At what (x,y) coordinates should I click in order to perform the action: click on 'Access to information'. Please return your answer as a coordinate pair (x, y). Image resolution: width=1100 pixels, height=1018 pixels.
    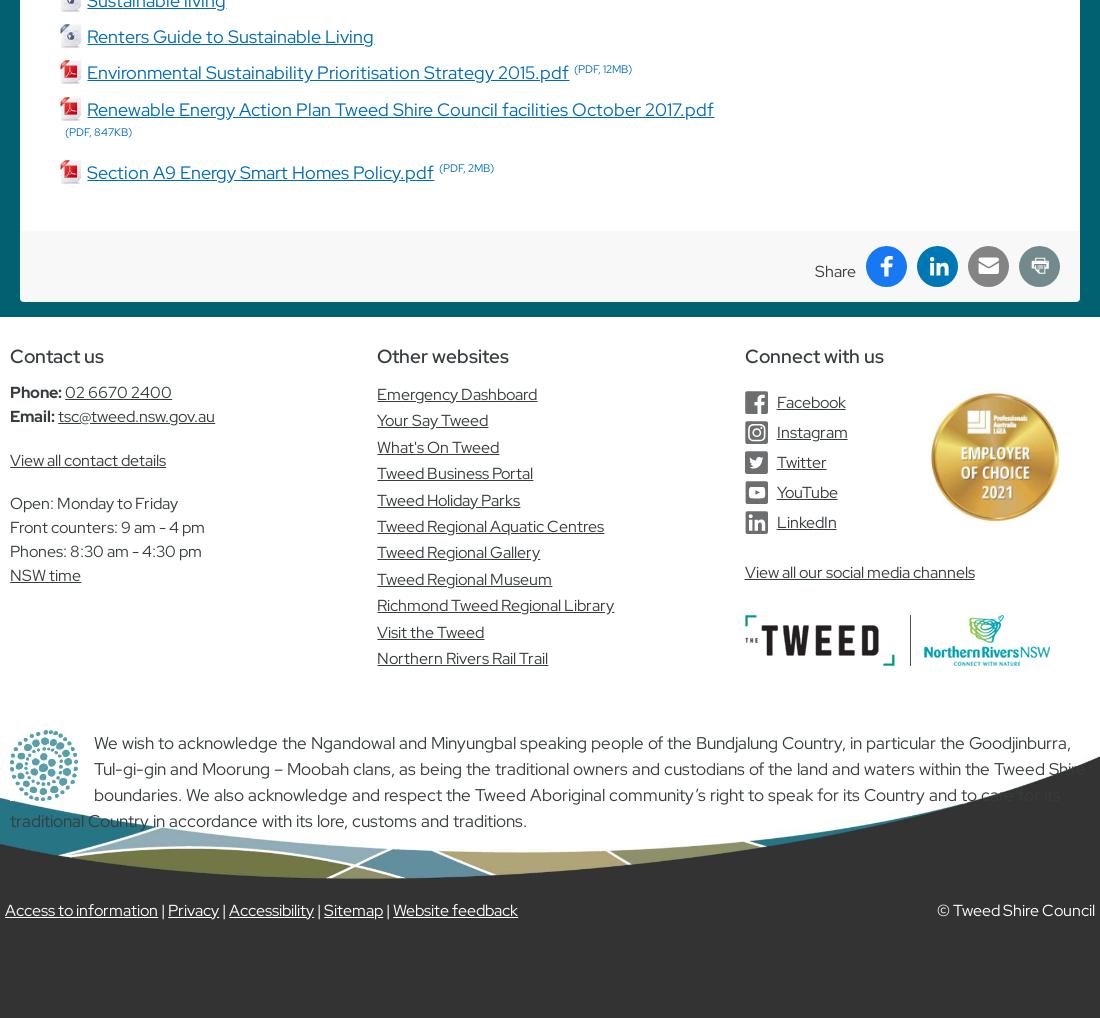
    Looking at the image, I should click on (81, 910).